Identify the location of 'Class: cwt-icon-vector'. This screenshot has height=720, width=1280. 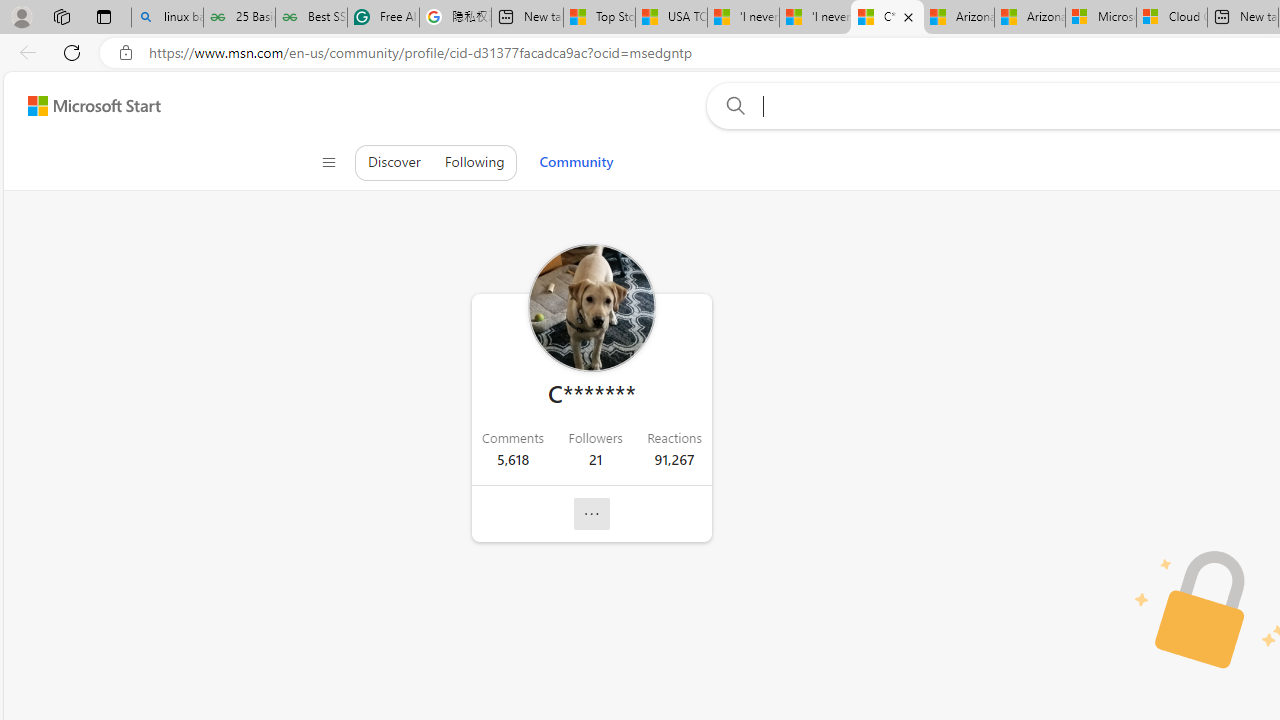
(591, 513).